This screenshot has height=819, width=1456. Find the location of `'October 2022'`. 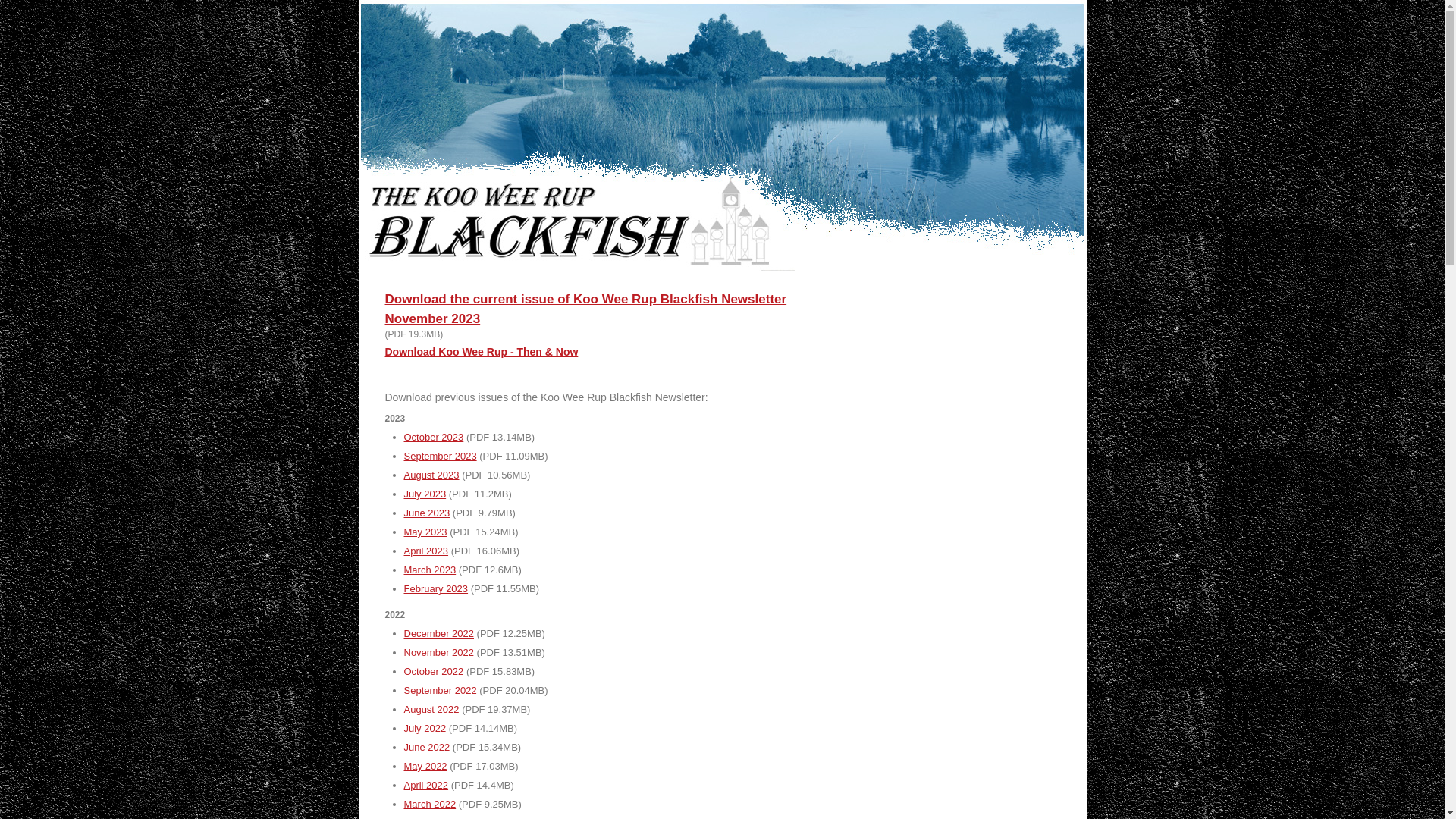

'October 2022' is located at coordinates (432, 670).